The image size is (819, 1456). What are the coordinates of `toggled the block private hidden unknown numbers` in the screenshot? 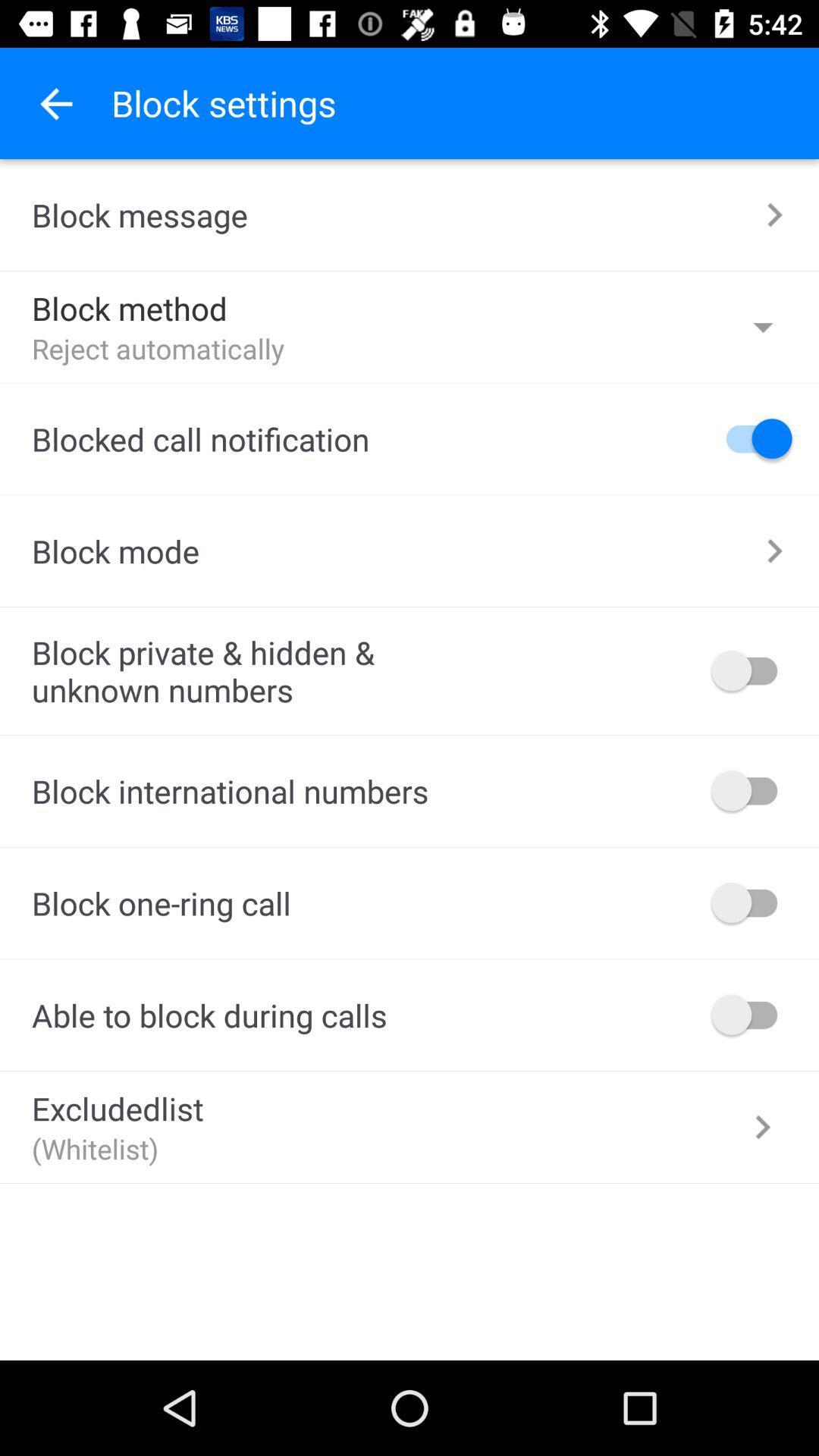 It's located at (752, 670).